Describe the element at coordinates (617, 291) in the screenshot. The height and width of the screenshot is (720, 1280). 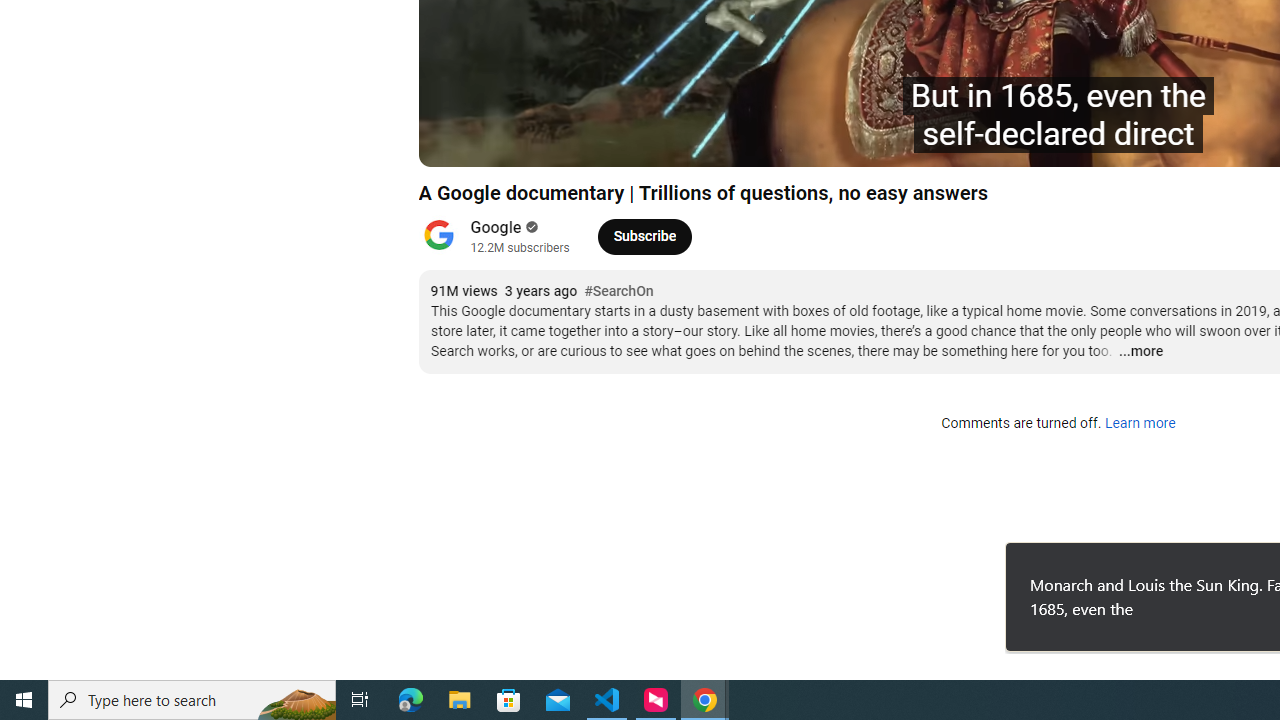
I see `'#SearchOn'` at that location.